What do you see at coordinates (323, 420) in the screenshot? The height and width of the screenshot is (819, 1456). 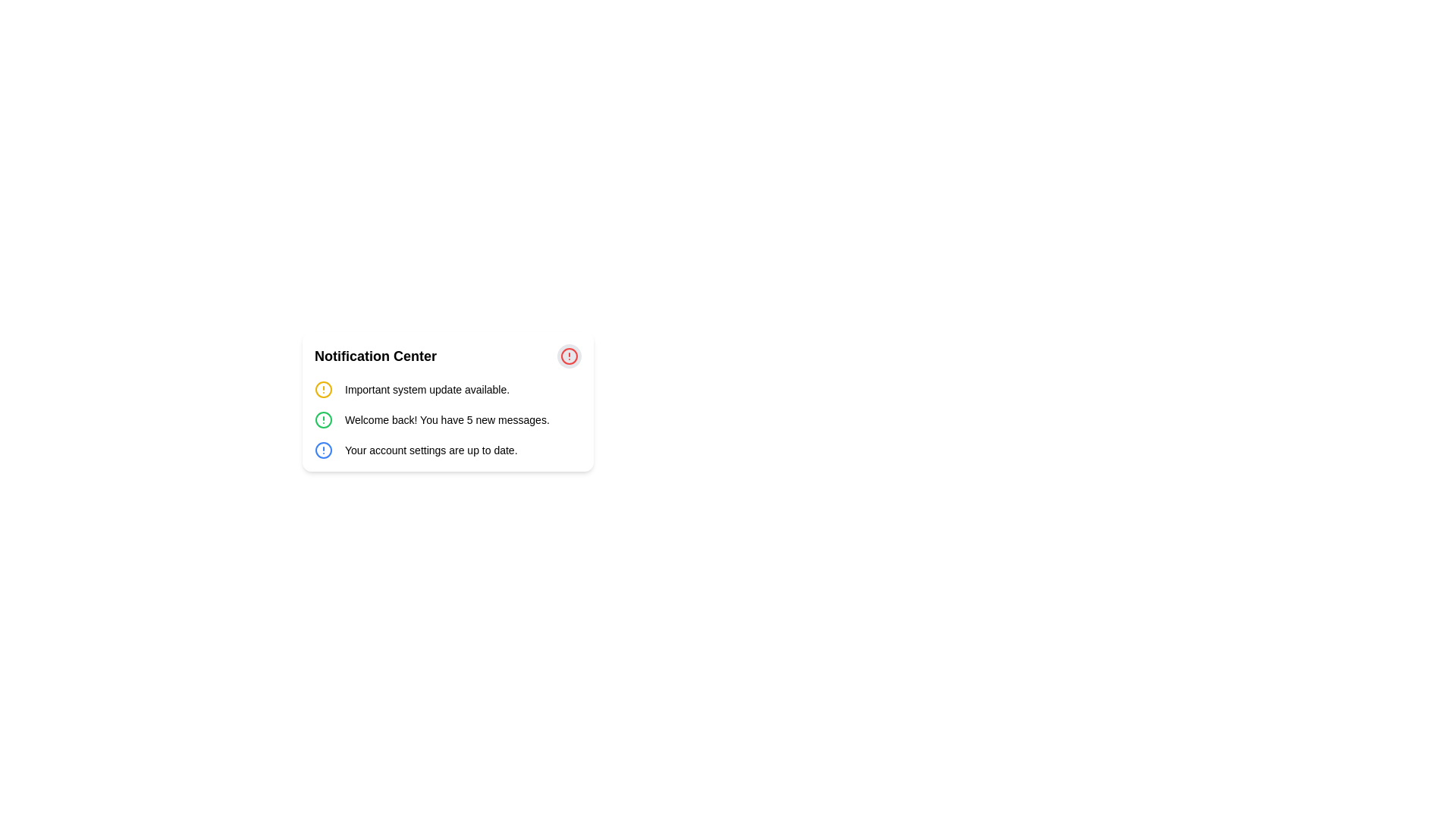 I see `the visual alert by focusing on the inner circle of the alert icon located in the top-right corner of the notification card` at bounding box center [323, 420].